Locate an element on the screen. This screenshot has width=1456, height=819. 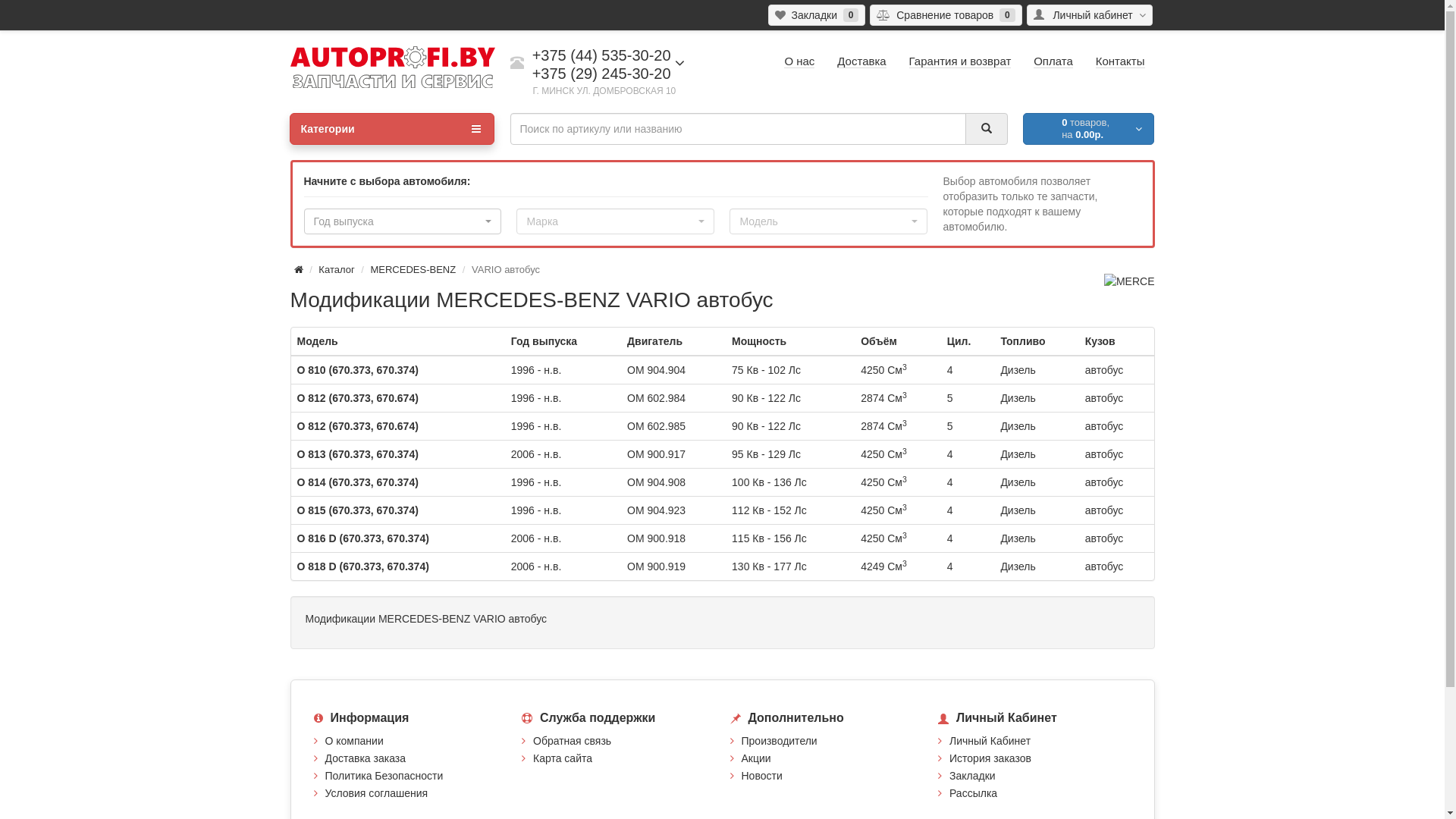
'O 813 (670.373, 670.374)' is located at coordinates (356, 453).